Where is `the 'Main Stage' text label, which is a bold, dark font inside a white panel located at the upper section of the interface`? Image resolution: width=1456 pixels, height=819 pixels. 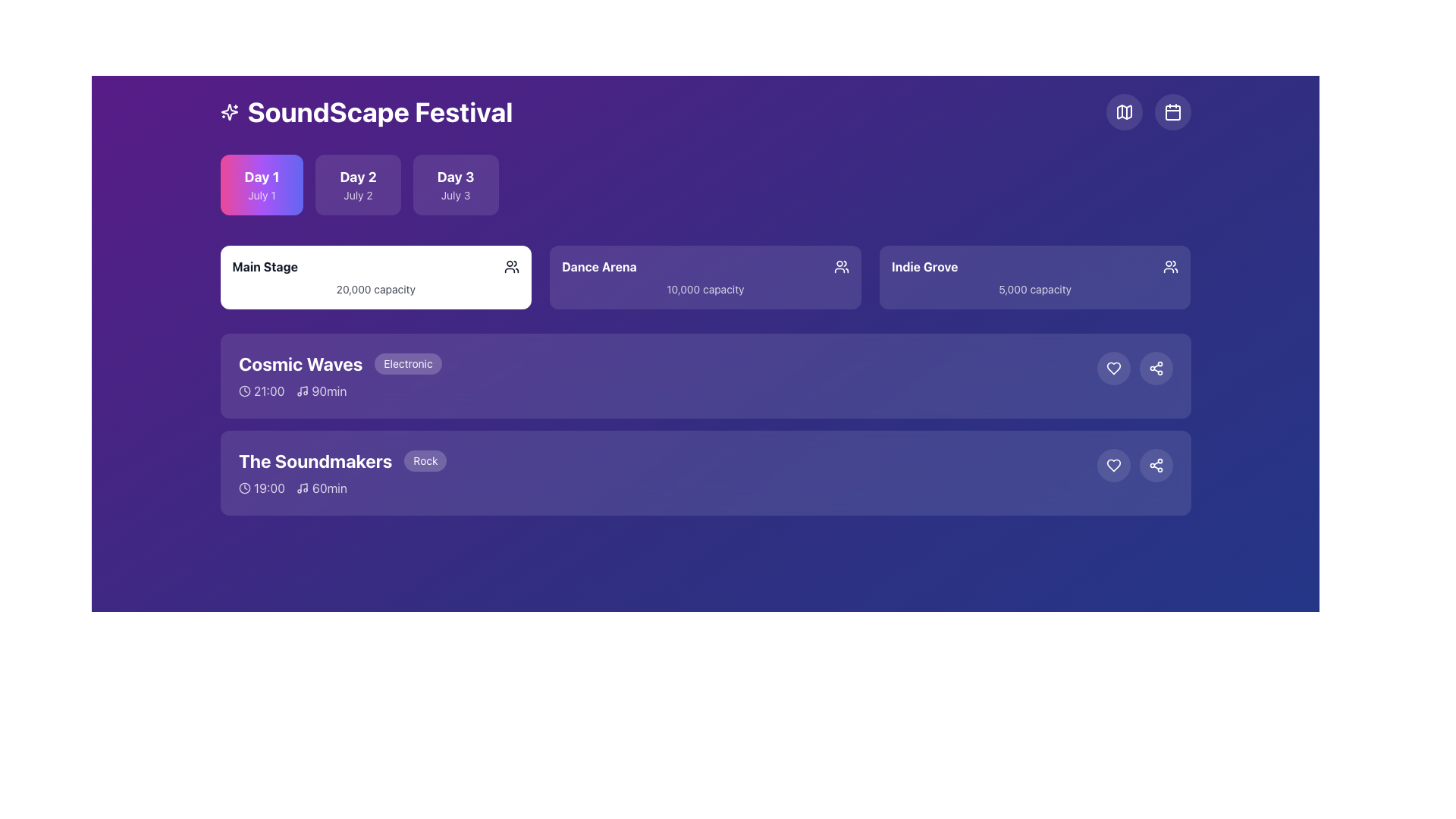 the 'Main Stage' text label, which is a bold, dark font inside a white panel located at the upper section of the interface is located at coordinates (265, 265).